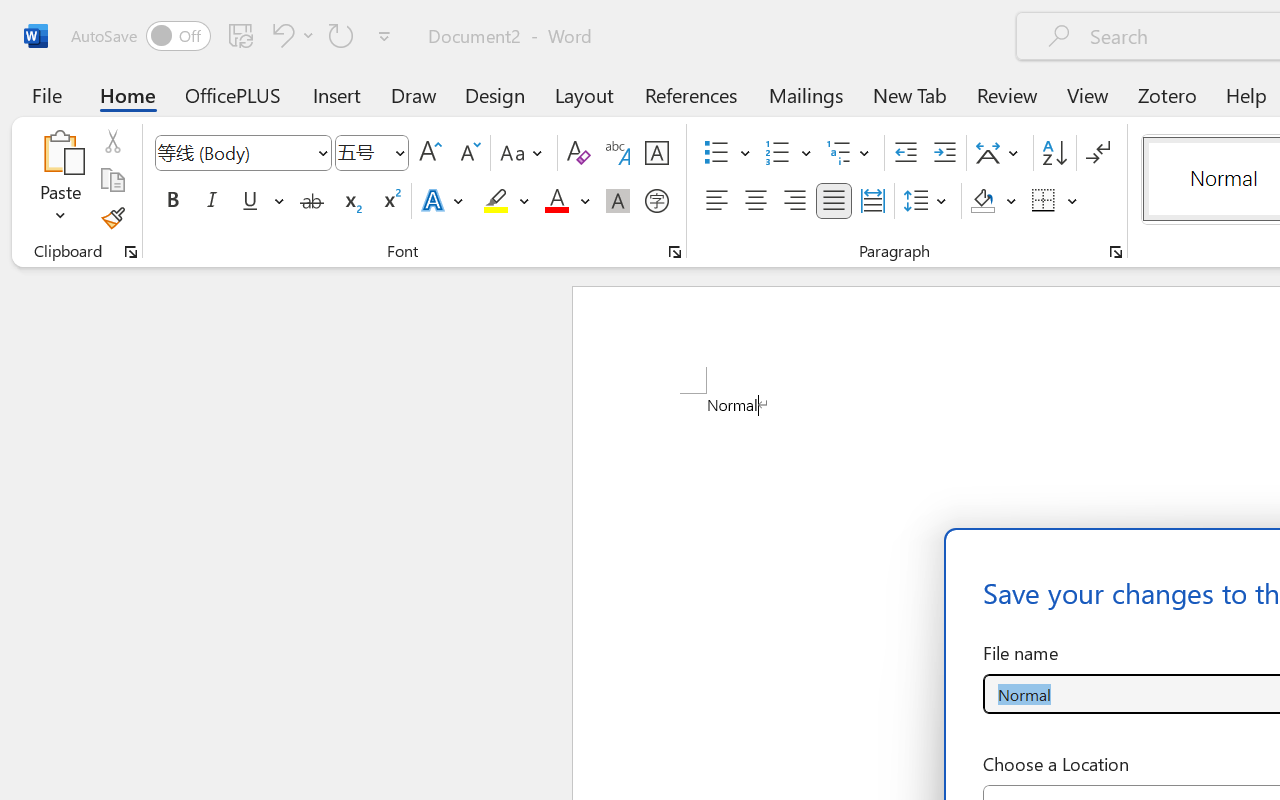 The width and height of the screenshot is (1280, 800). I want to click on 'Borders', so click(1043, 201).